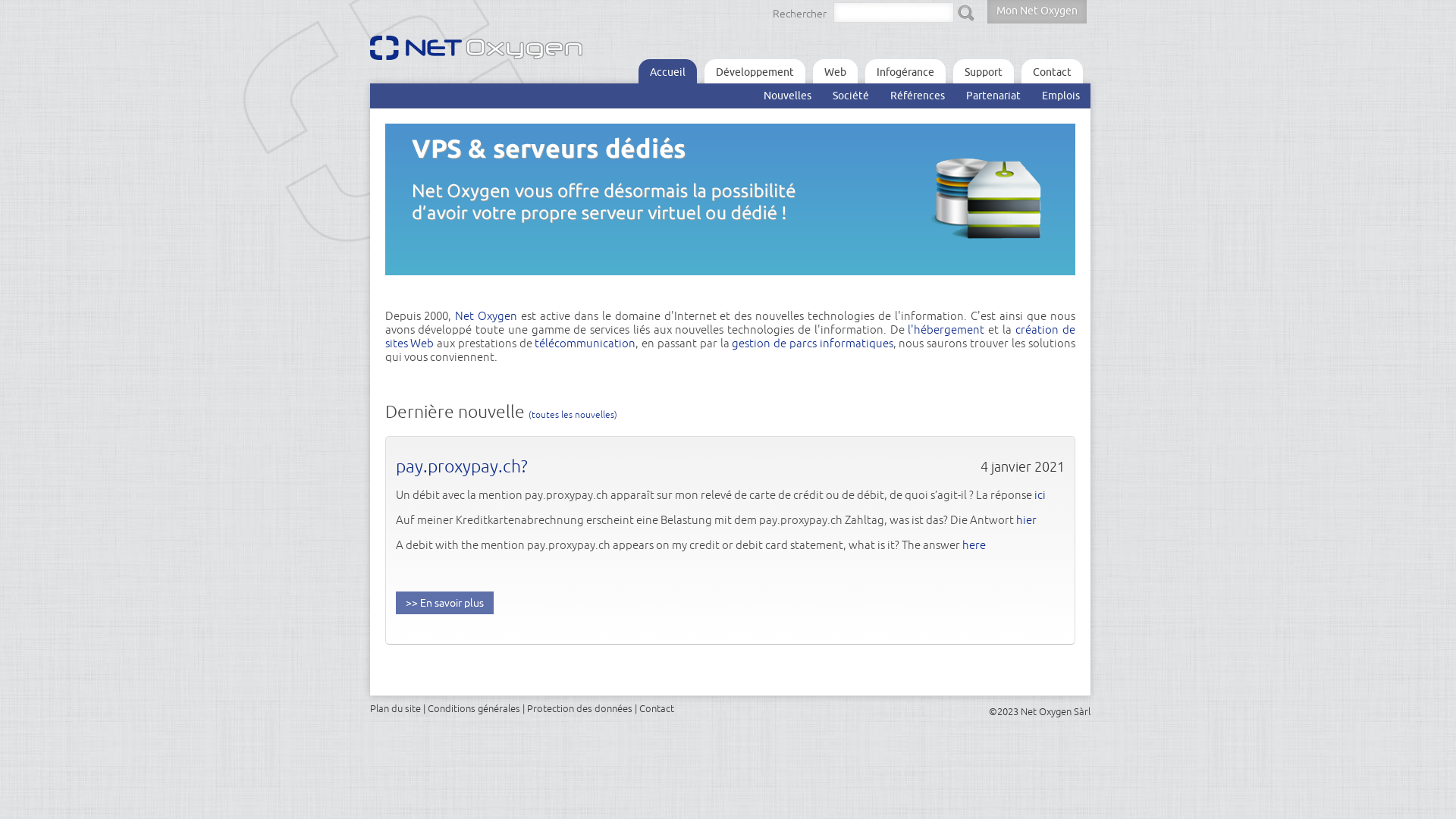  I want to click on 'Web', so click(811, 71).